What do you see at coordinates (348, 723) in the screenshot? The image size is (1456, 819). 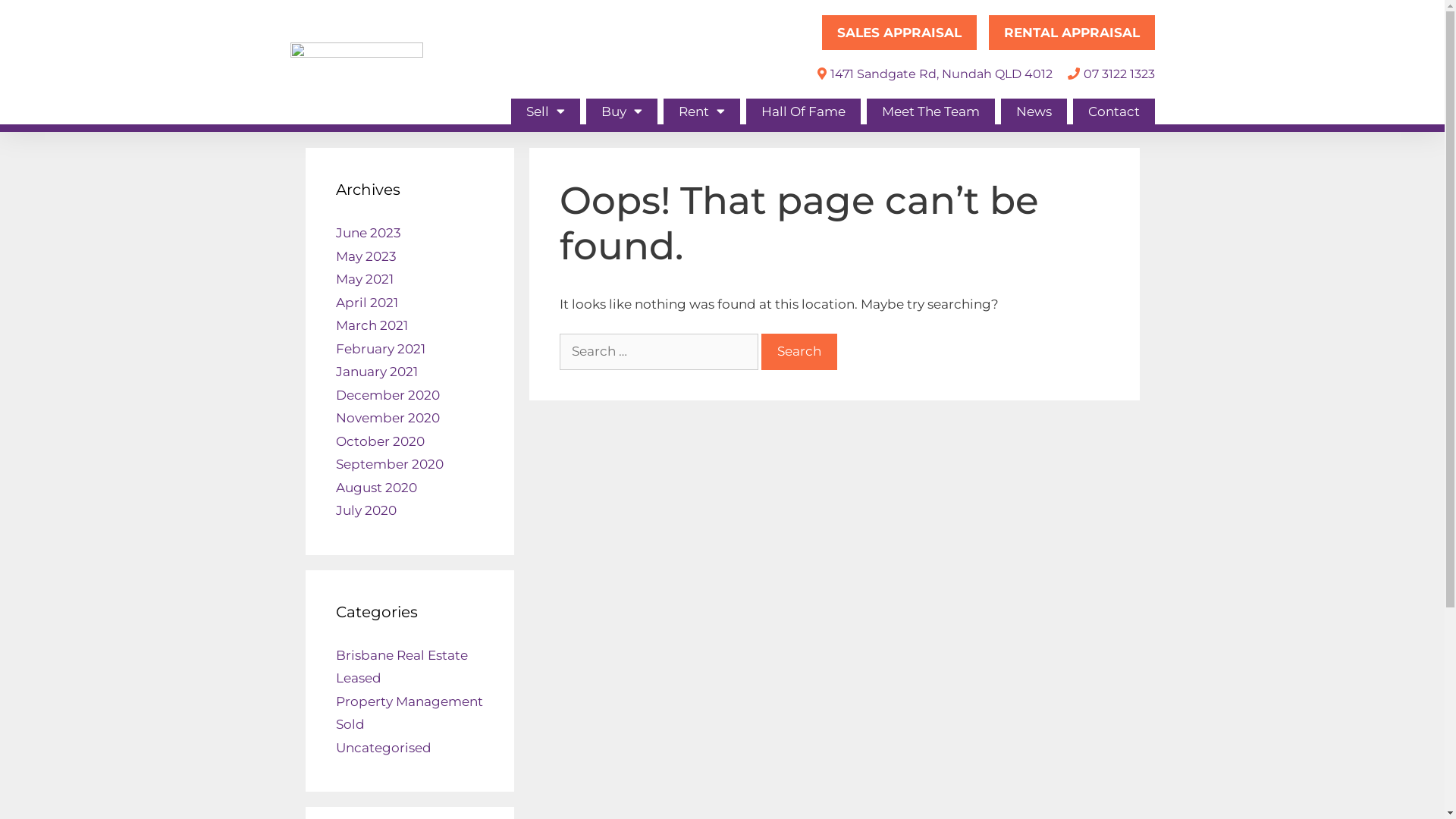 I see `'Sold'` at bounding box center [348, 723].